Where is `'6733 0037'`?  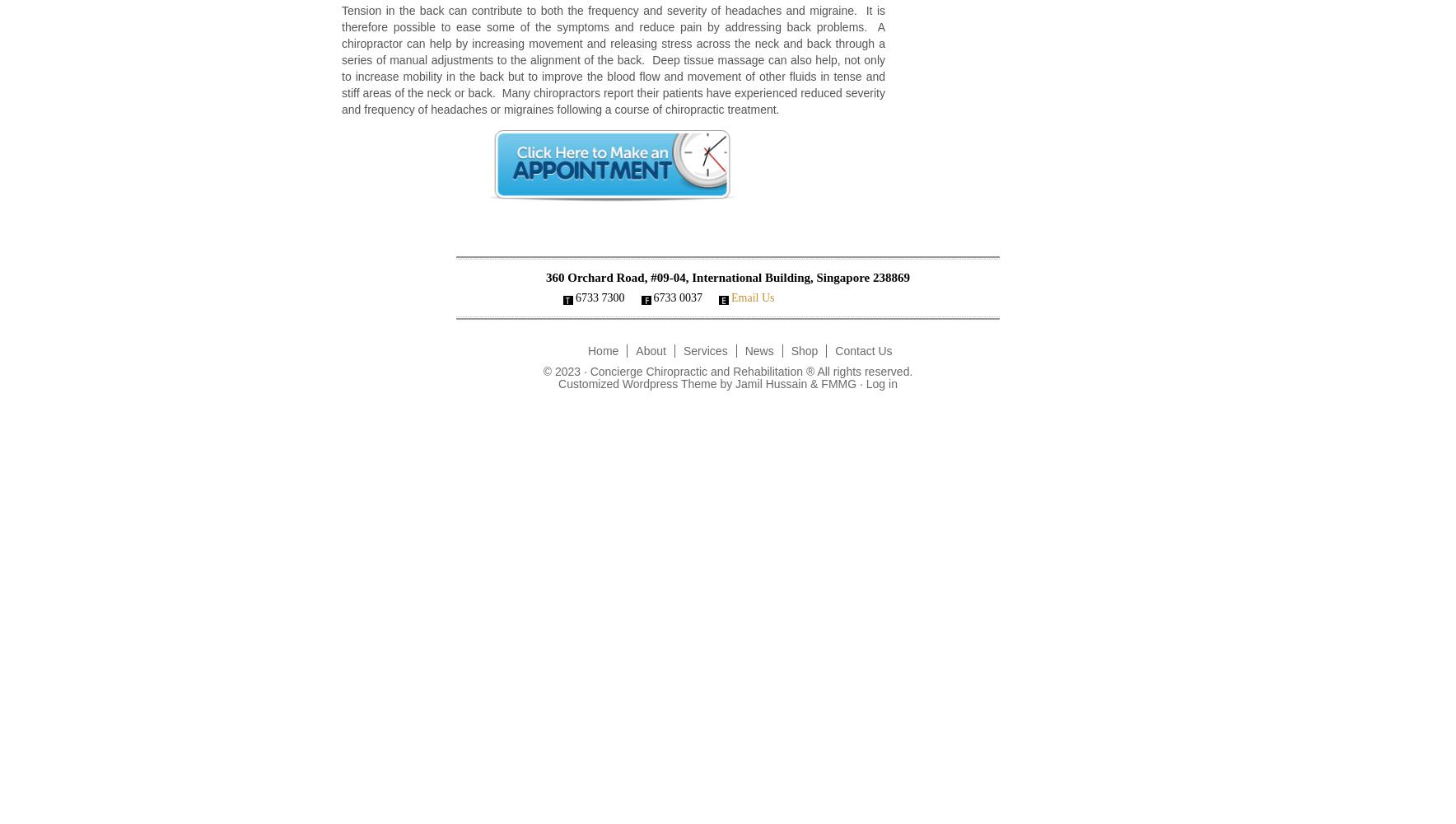 '6733 0037' is located at coordinates (678, 297).